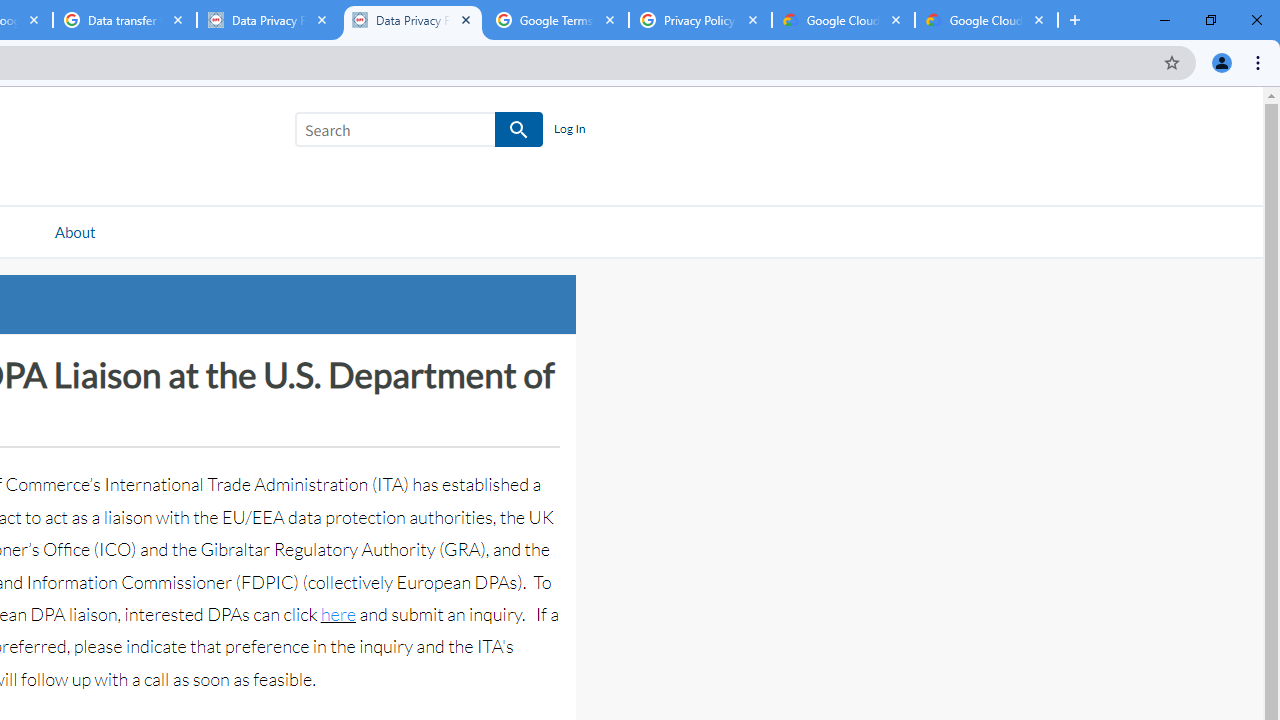  What do you see at coordinates (74, 230) in the screenshot?
I see `'AutomationID: navitem2'` at bounding box center [74, 230].